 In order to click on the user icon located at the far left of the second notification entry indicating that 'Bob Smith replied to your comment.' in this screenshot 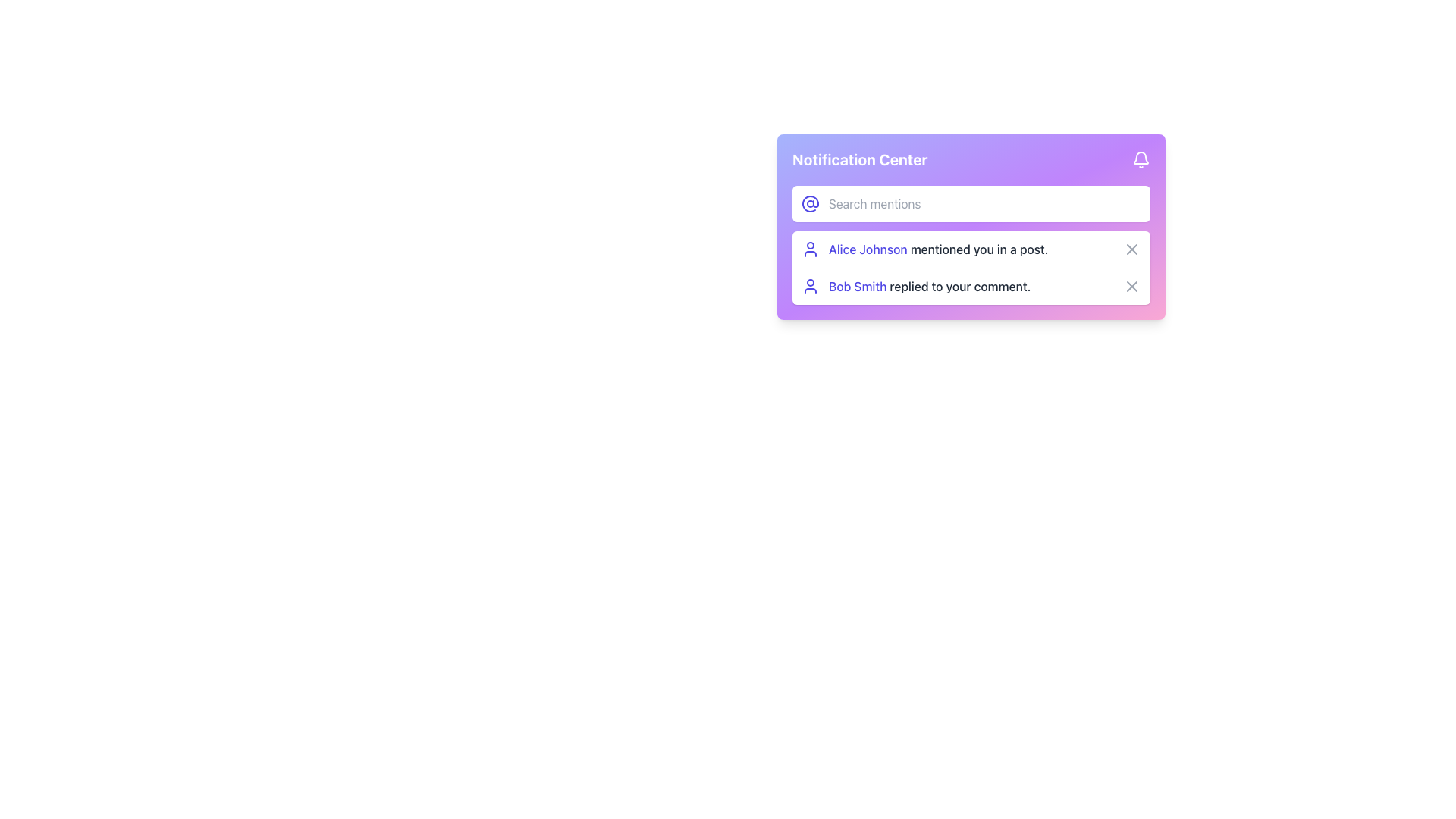, I will do `click(810, 287)`.